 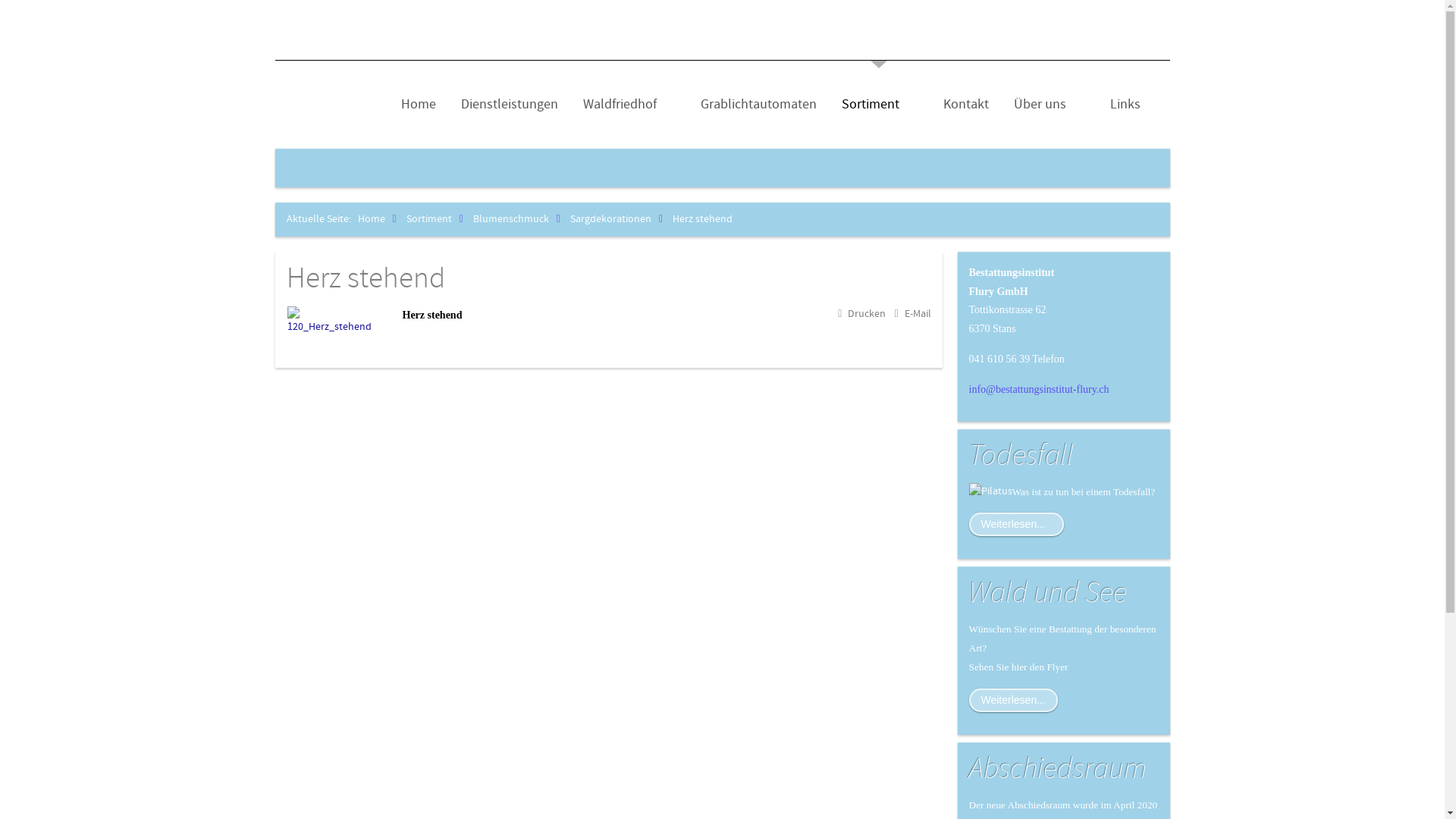 I want to click on 'Dienstleistungen', so click(x=454, y=104).